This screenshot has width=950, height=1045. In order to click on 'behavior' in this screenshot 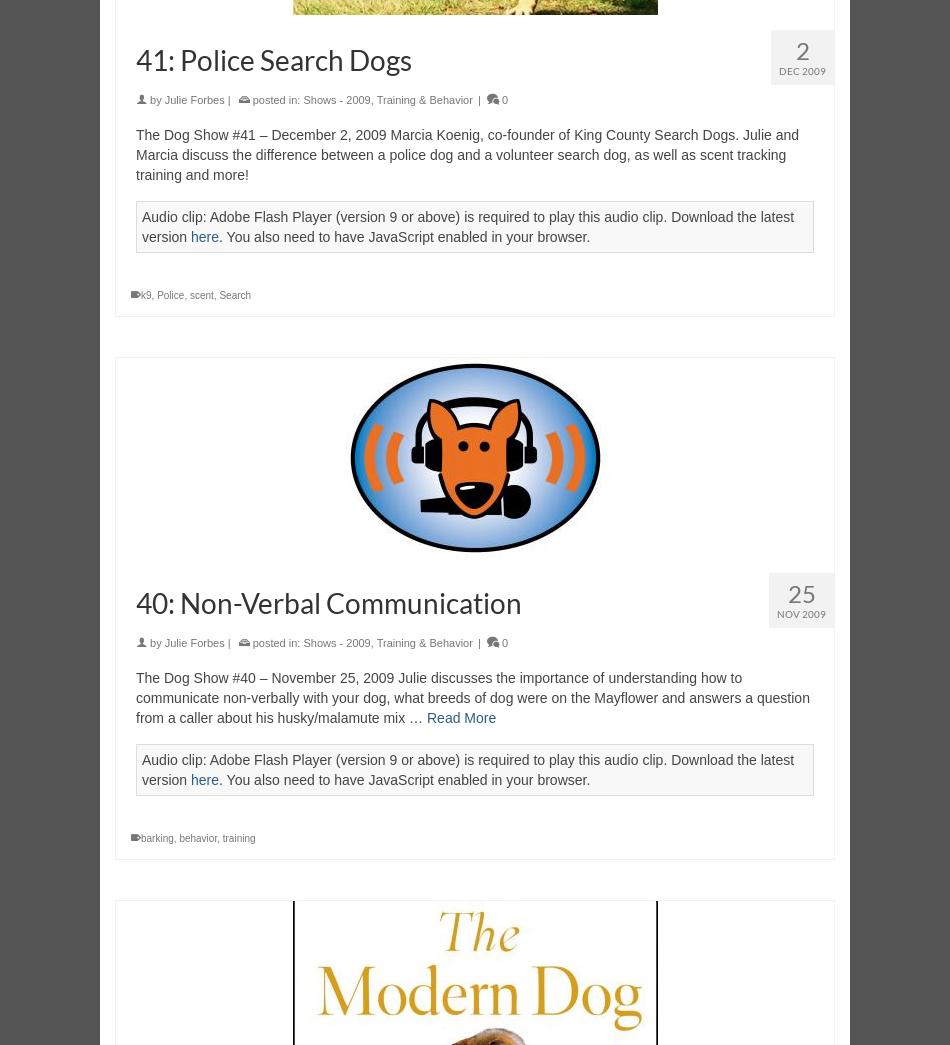, I will do `click(178, 837)`.